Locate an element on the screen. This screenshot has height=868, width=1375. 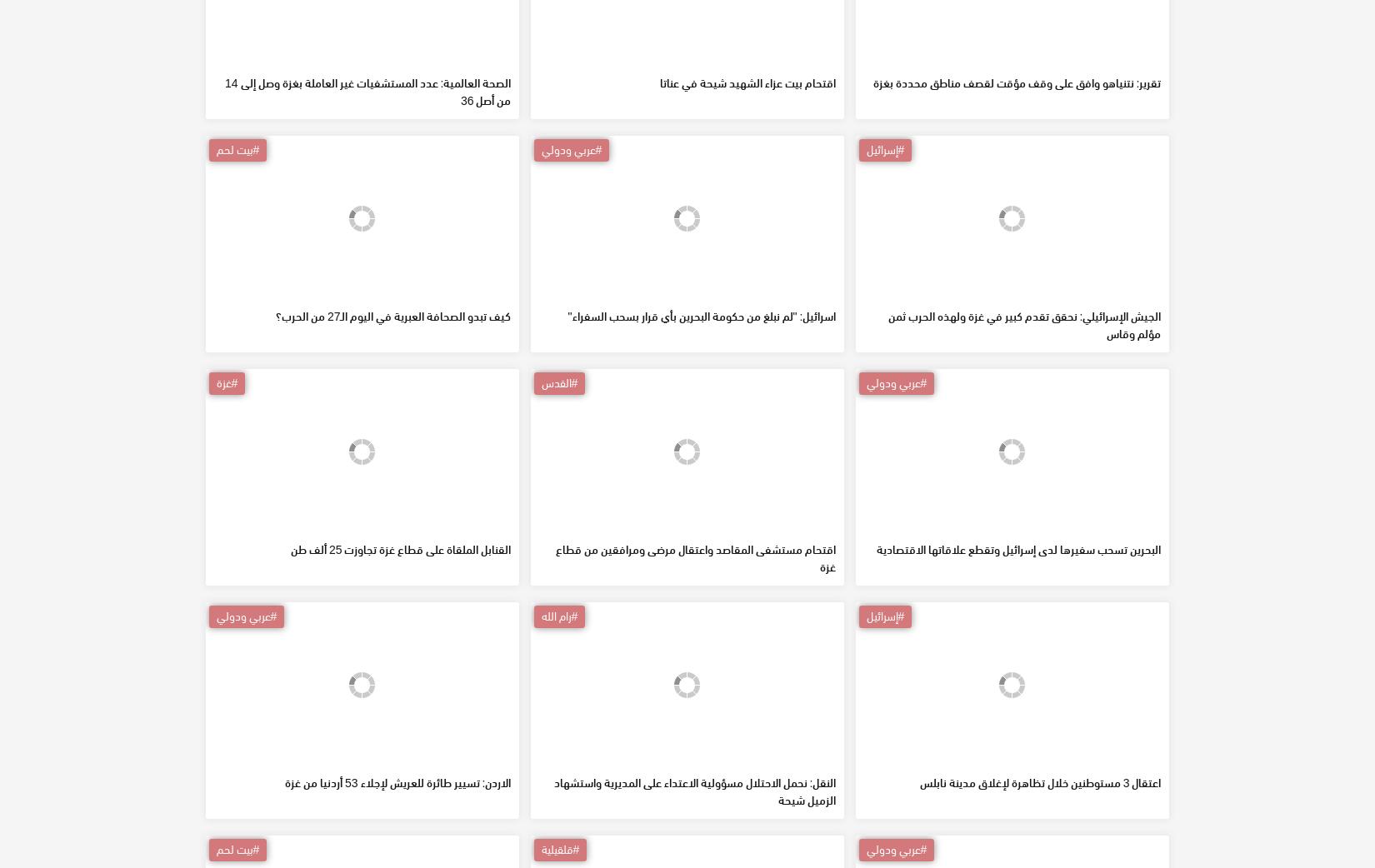
'الصحة العالمية: عدد المستشفيات غير العاملة بغزة وصل إلى 14 من أصل 36' is located at coordinates (367, 211).